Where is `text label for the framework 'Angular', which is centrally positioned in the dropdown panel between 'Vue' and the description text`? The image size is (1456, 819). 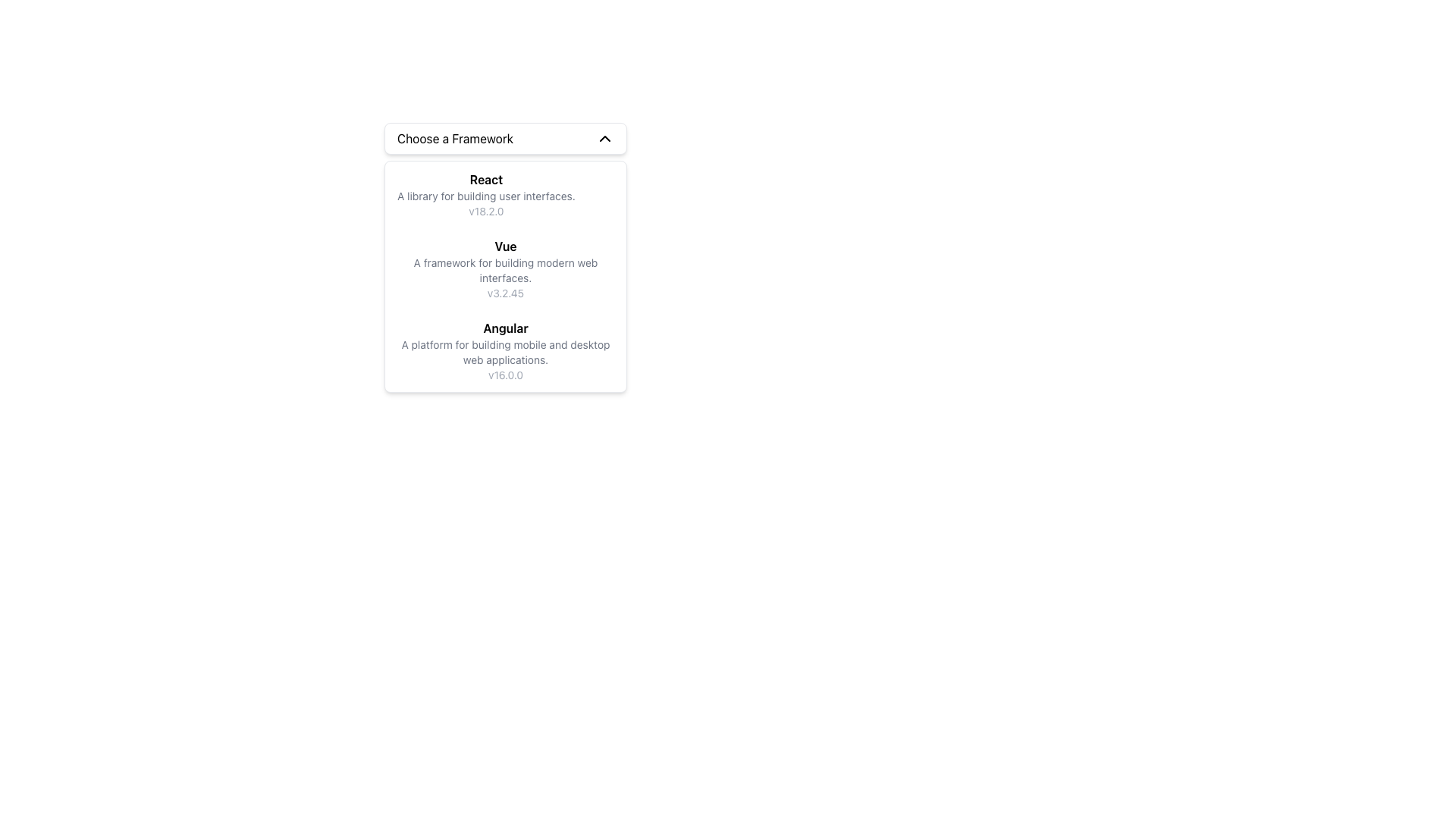
text label for the framework 'Angular', which is centrally positioned in the dropdown panel between 'Vue' and the description text is located at coordinates (506, 327).